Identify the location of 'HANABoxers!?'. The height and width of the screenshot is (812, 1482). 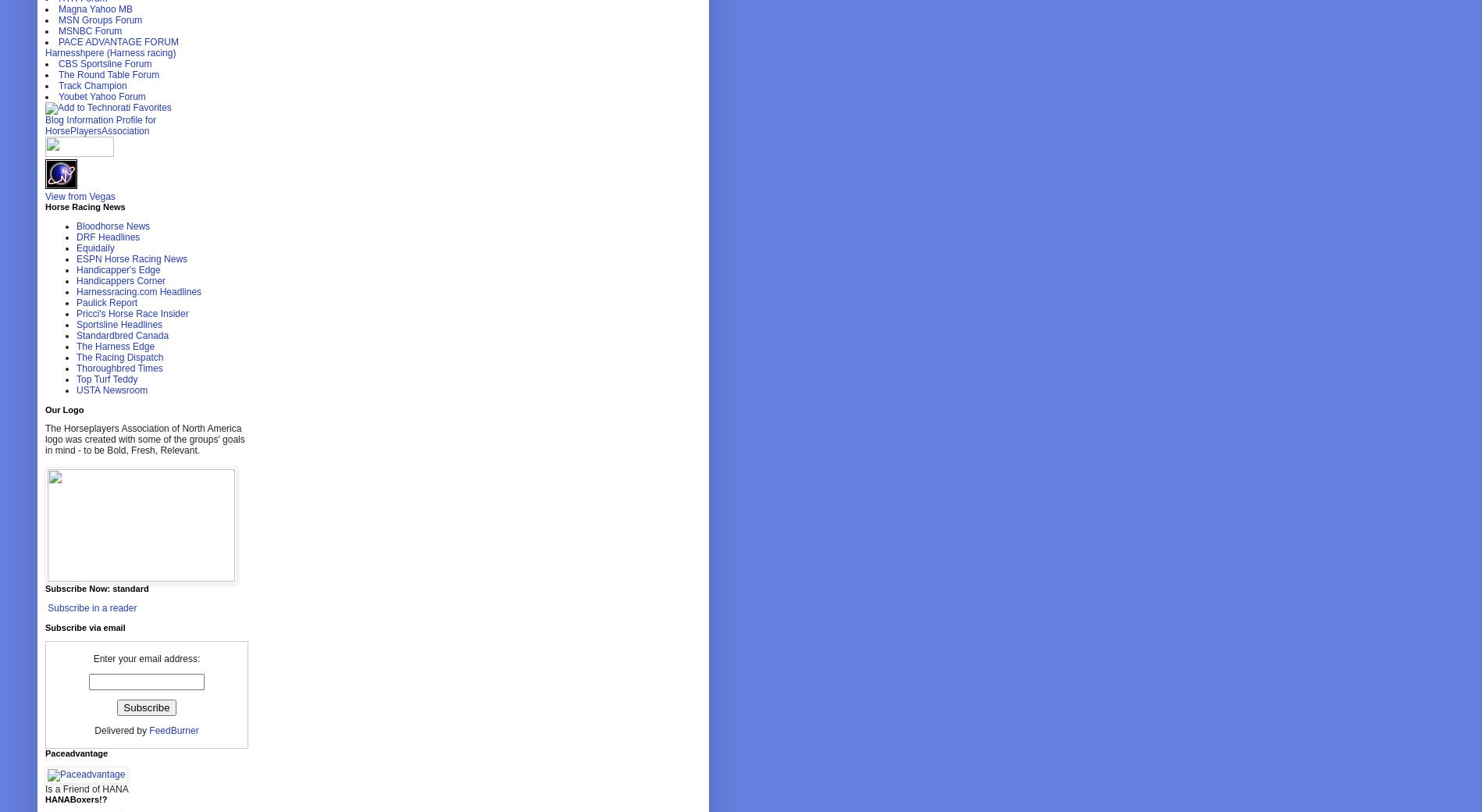
(76, 799).